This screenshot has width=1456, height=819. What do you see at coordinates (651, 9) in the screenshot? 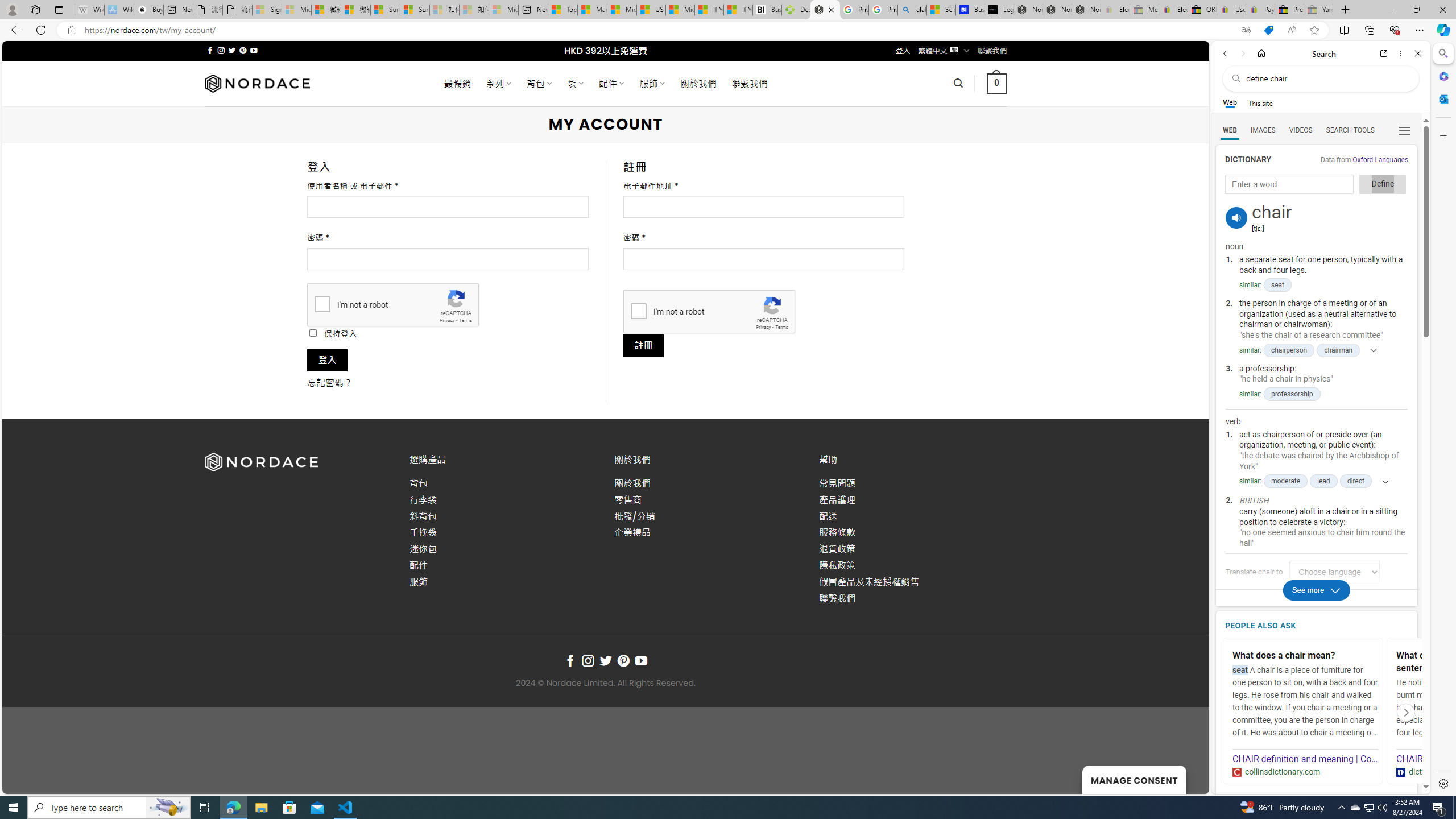
I see `'US Heat Deaths Soared To Record High Last Year'` at bounding box center [651, 9].